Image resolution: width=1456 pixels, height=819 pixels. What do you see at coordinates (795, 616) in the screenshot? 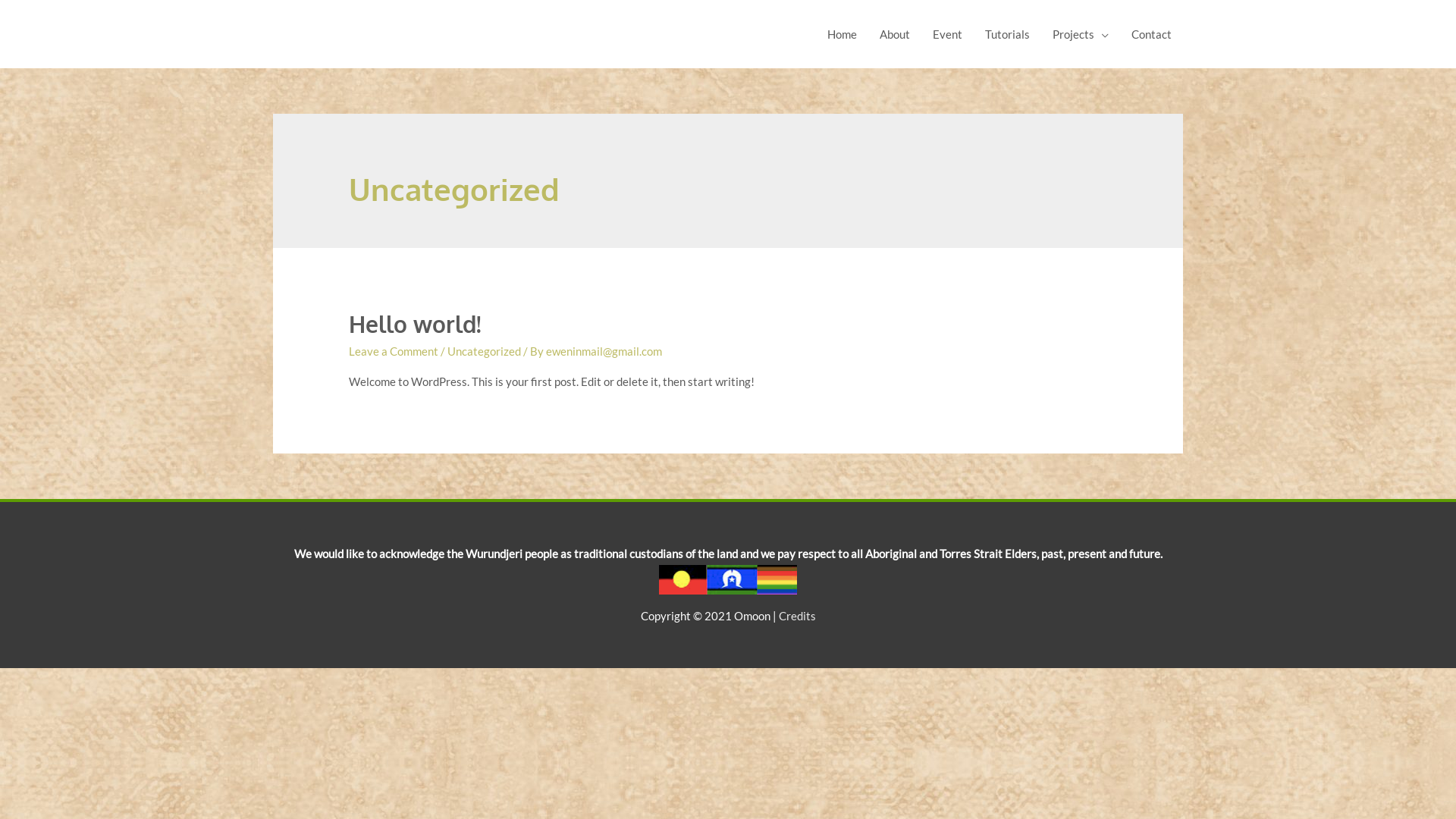
I see `'Credits'` at bounding box center [795, 616].